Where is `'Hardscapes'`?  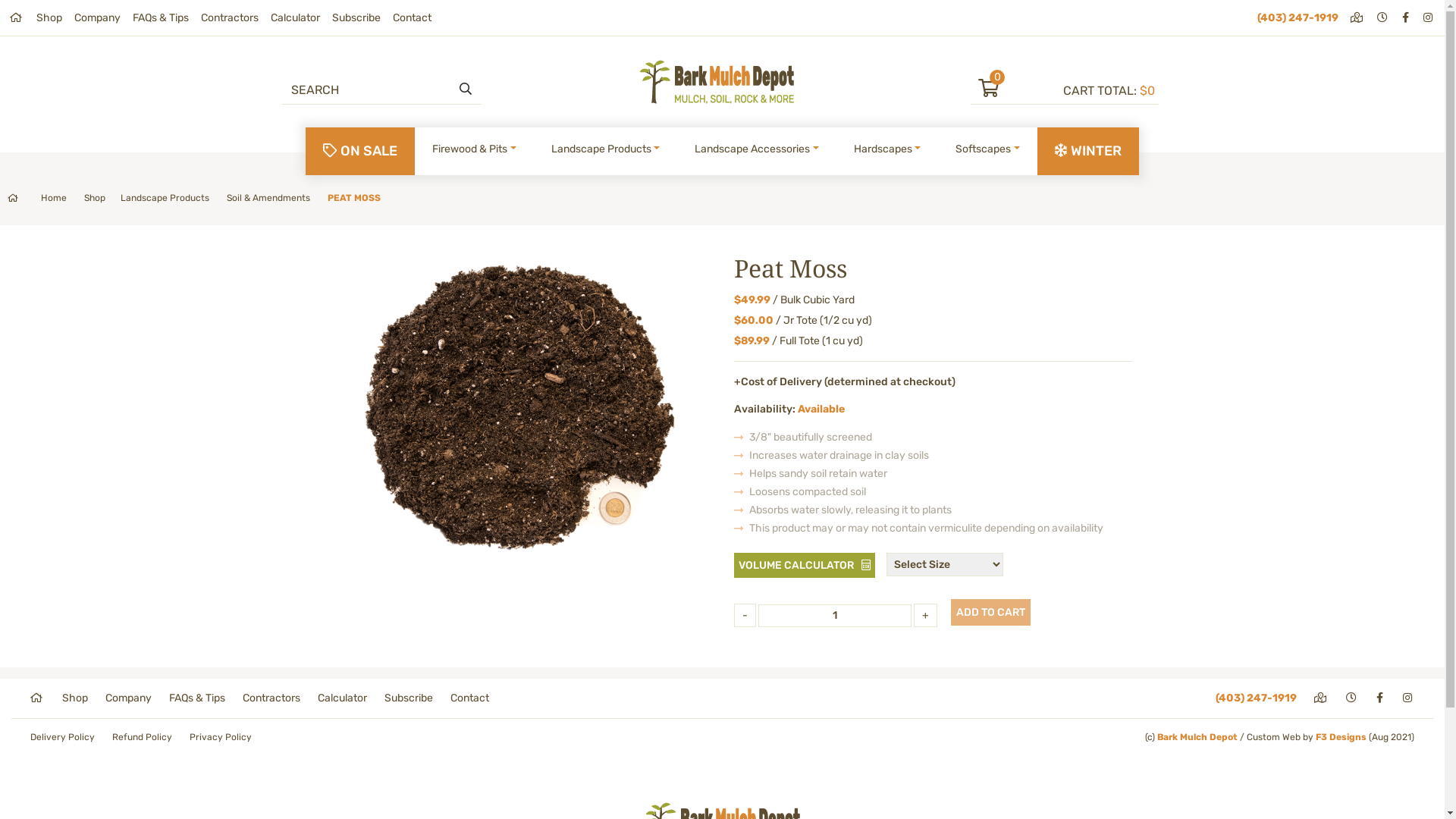 'Hardscapes' is located at coordinates (887, 149).